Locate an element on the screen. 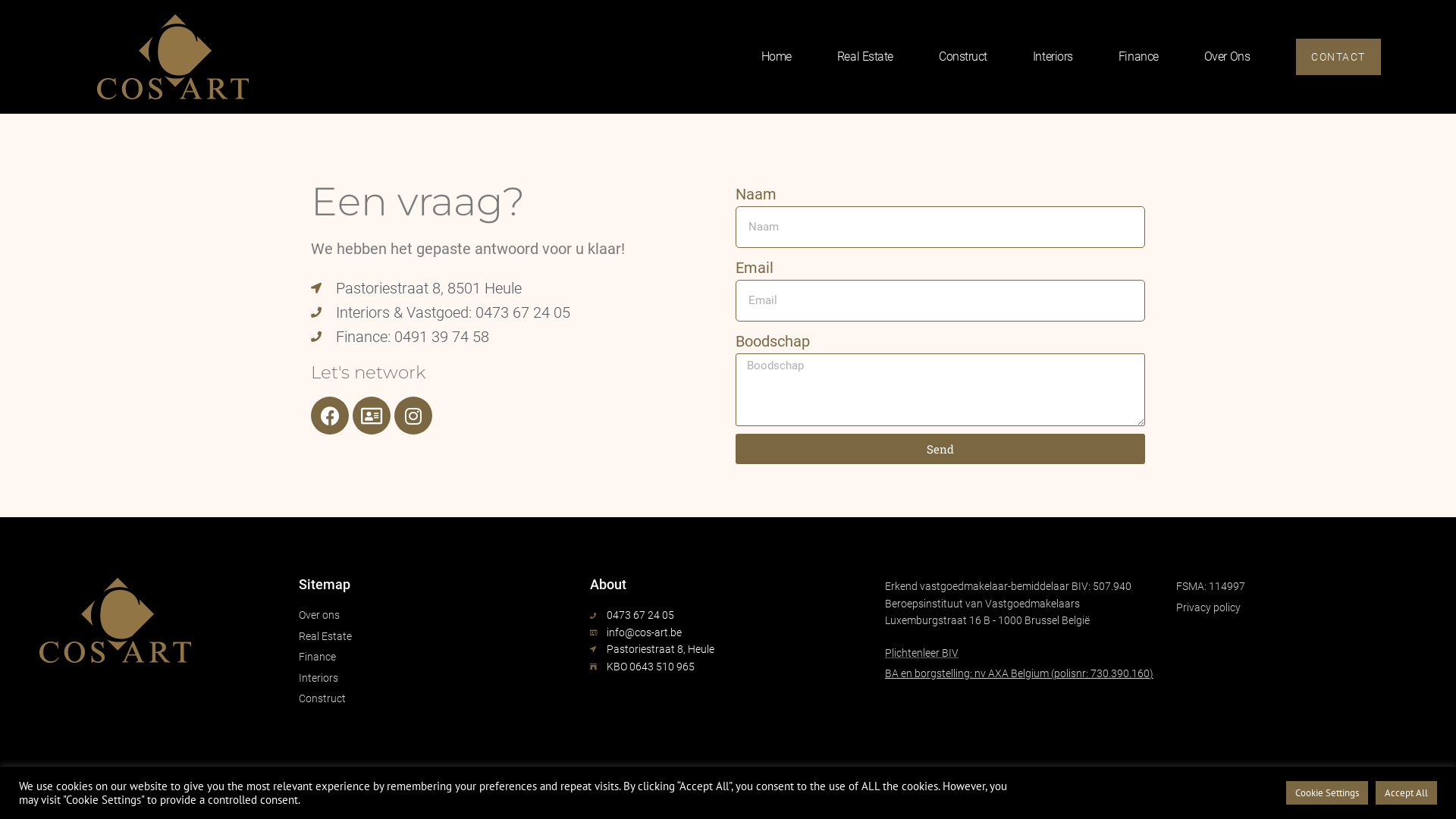 The width and height of the screenshot is (1456, 819). 'Home' is located at coordinates (776, 55).